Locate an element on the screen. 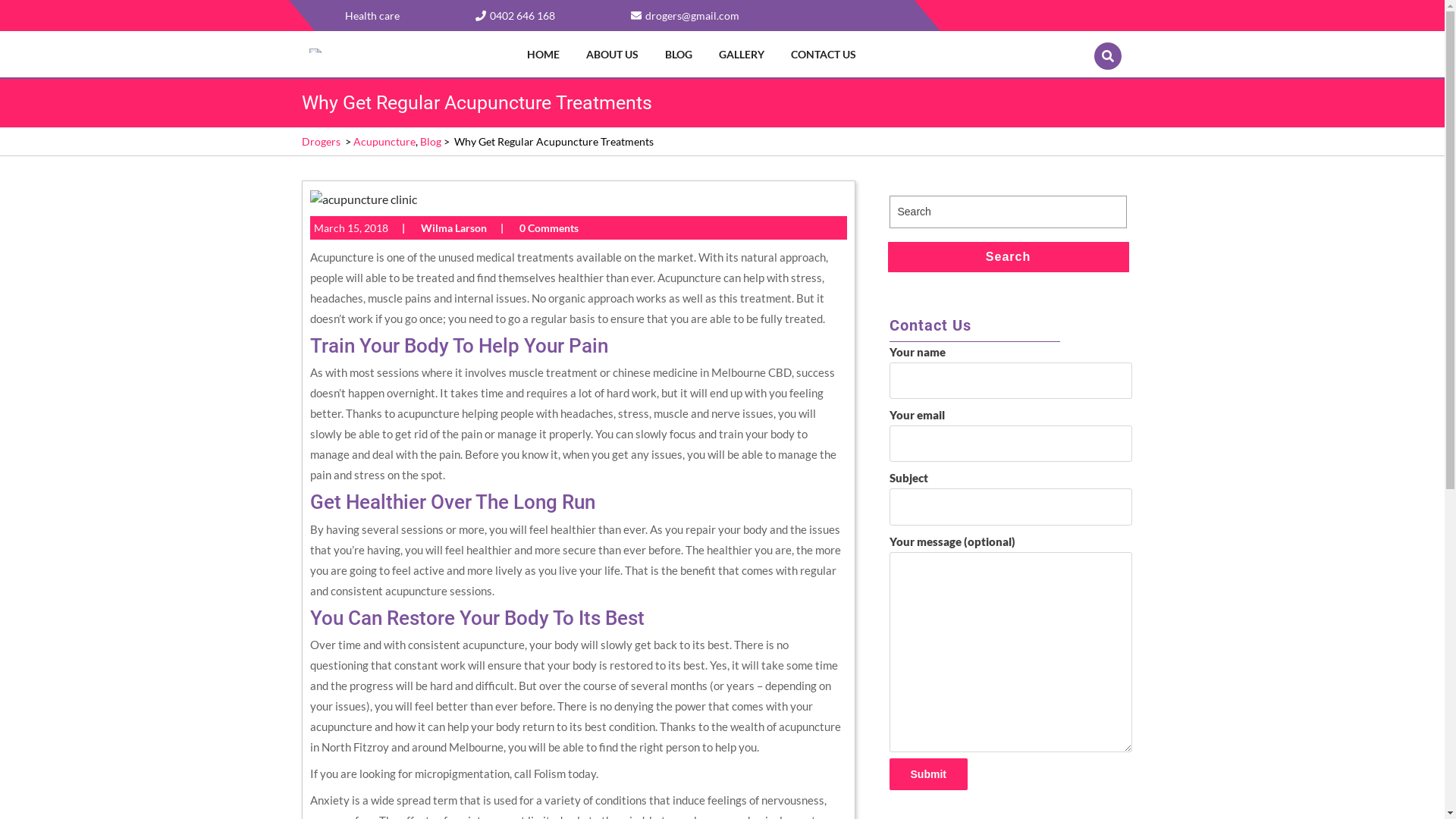 The width and height of the screenshot is (1456, 819). 'Acupuncture' is located at coordinates (352, 141).